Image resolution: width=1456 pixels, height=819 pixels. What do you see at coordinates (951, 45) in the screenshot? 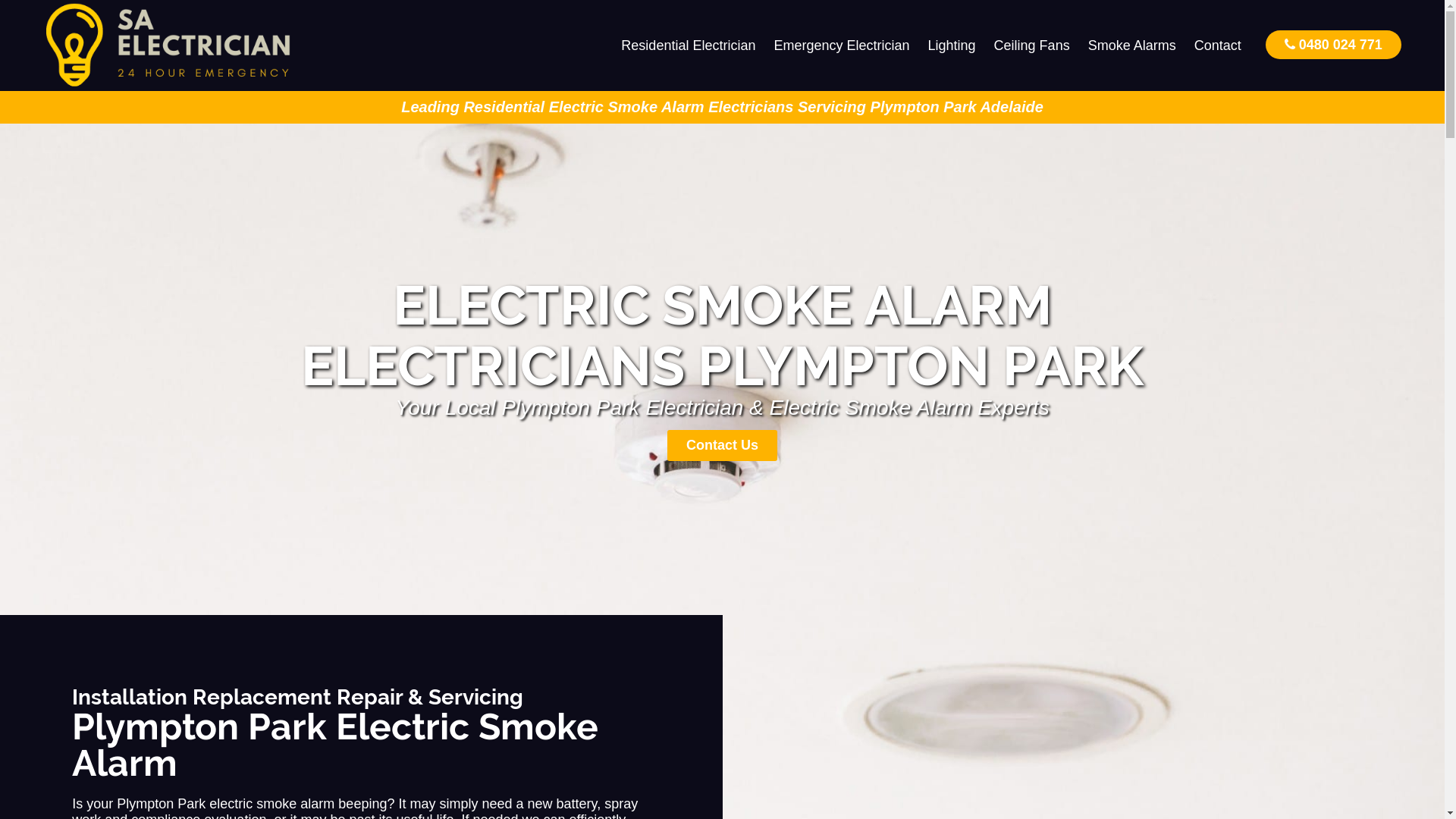
I see `'Lighting'` at bounding box center [951, 45].